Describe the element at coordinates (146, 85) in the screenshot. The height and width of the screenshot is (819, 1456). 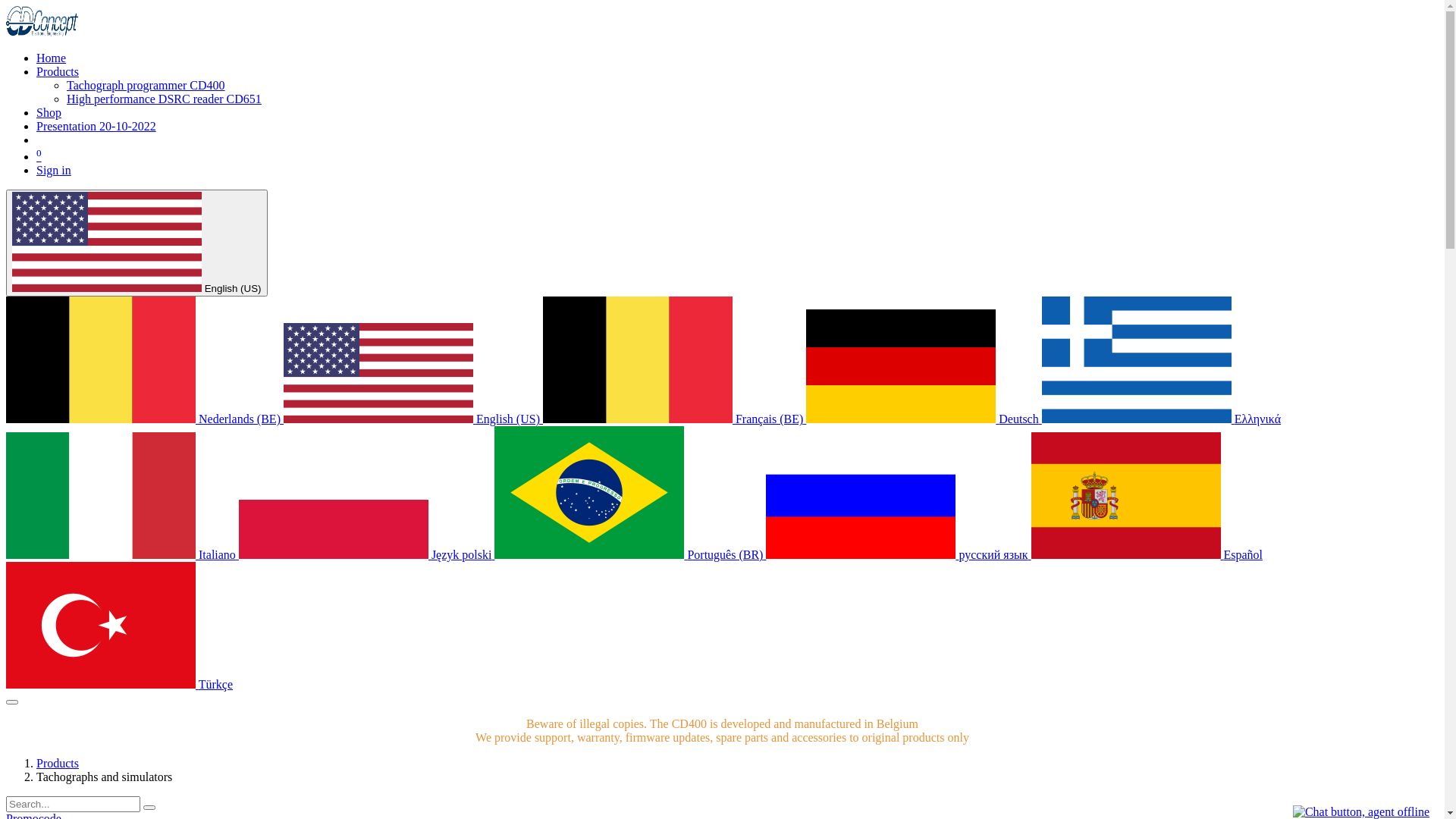
I see `'Tachograph programmer CD400'` at that location.